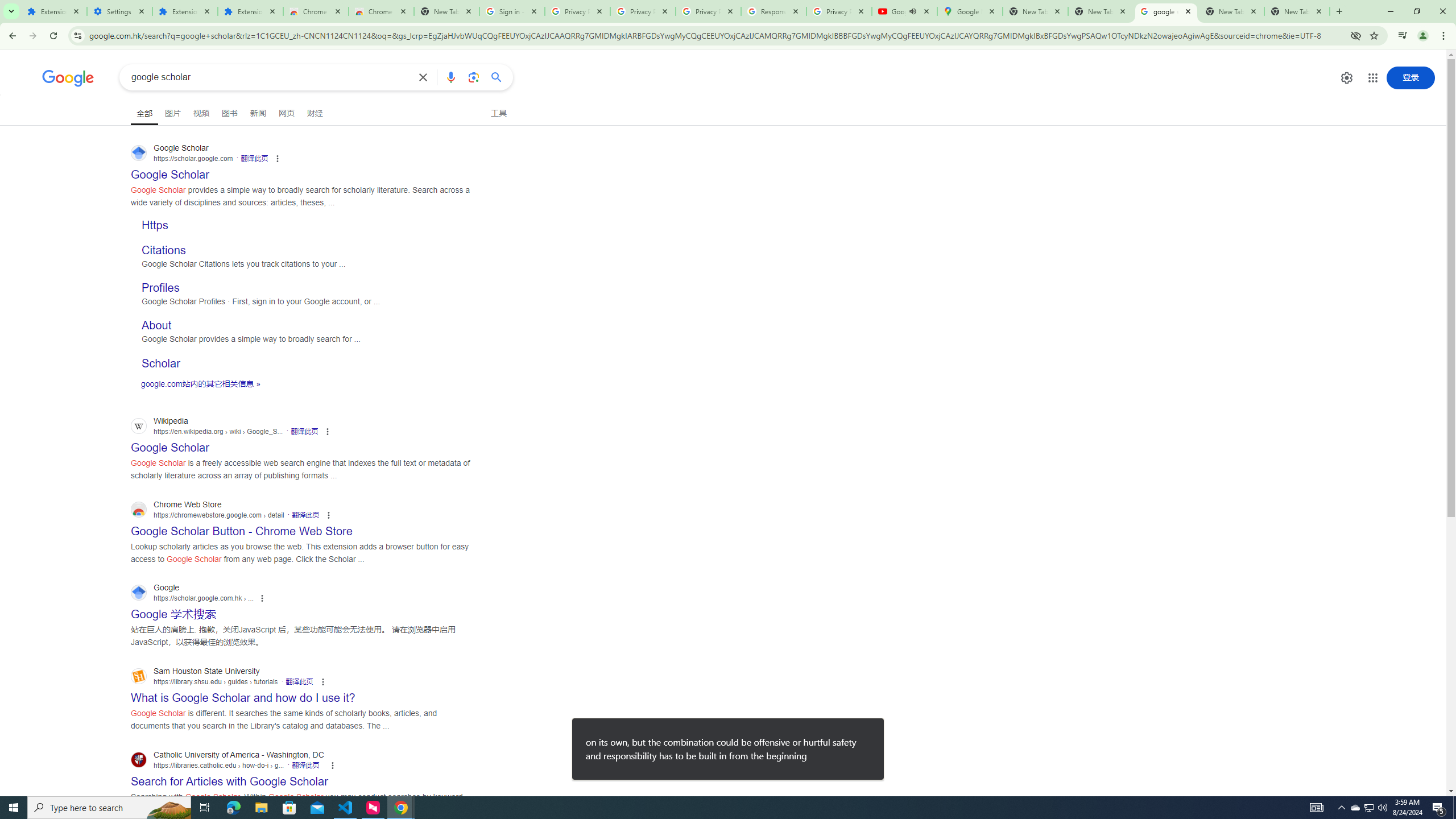  I want to click on 'Https', so click(155, 225).